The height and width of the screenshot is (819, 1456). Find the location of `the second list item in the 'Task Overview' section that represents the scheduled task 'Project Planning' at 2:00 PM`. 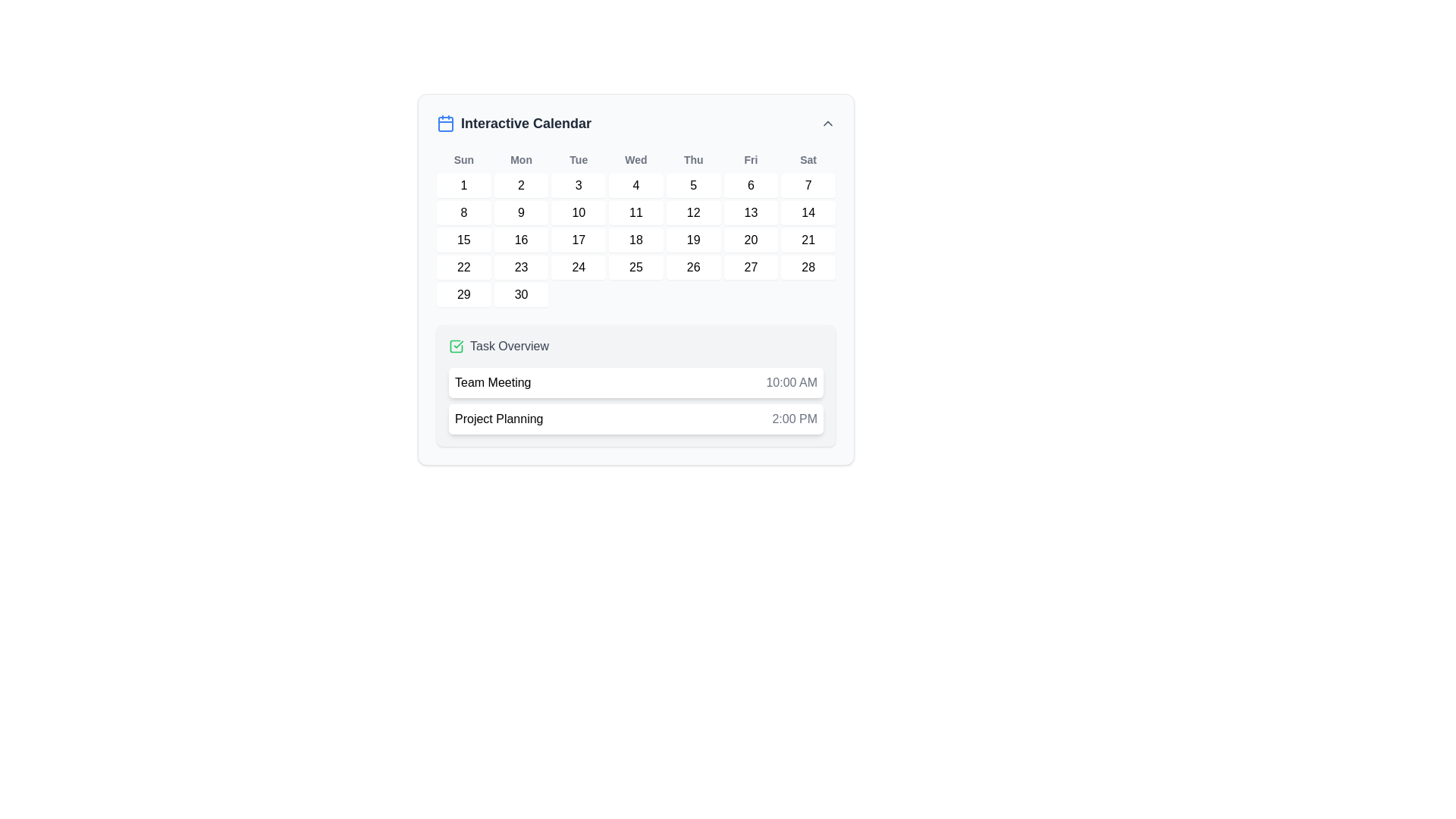

the second list item in the 'Task Overview' section that represents the scheduled task 'Project Planning' at 2:00 PM is located at coordinates (636, 419).